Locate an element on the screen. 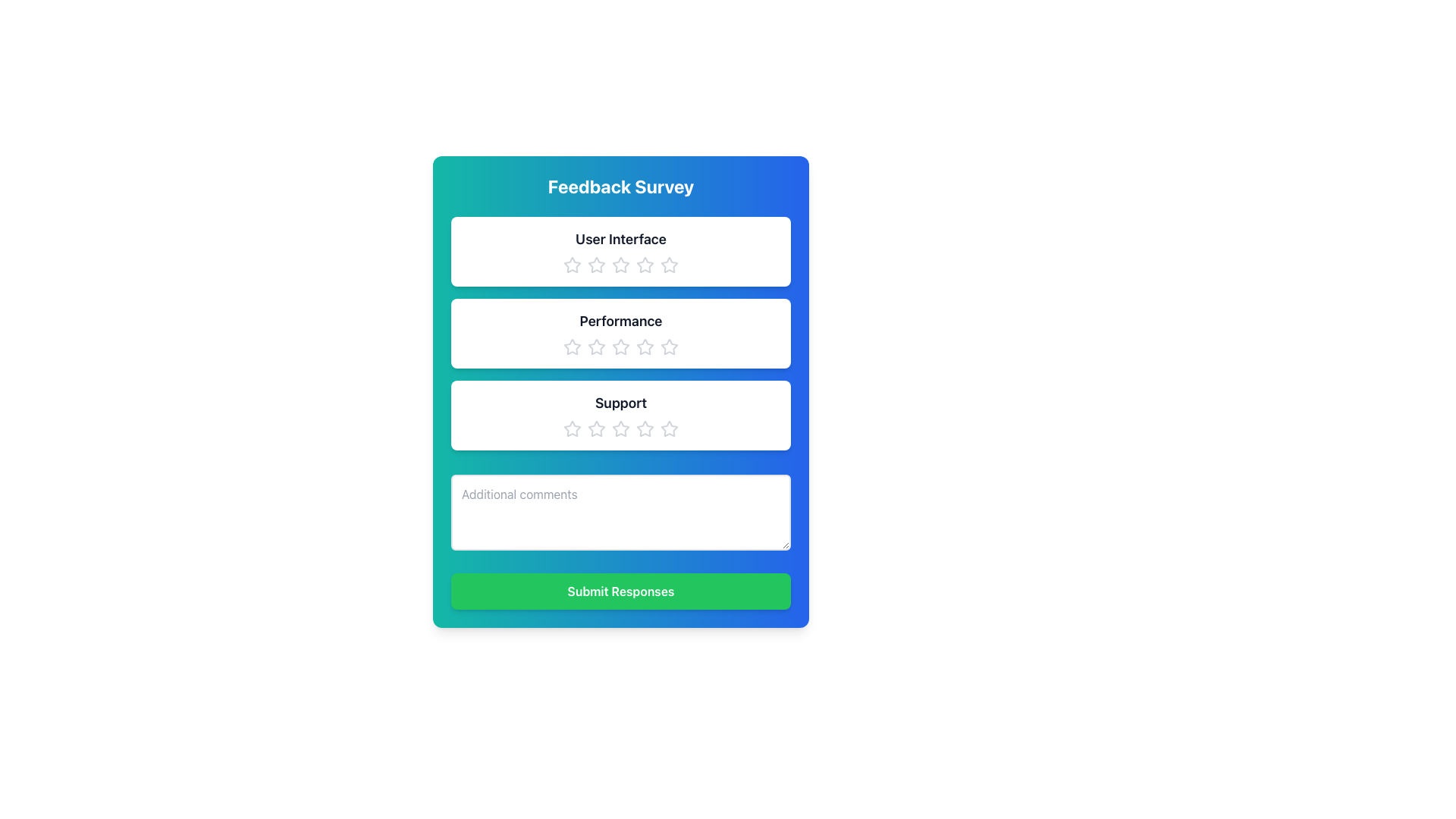 Image resolution: width=1456 pixels, height=819 pixels. the first star in the row under the 'Performance' heading in the feedback survey form to rate it is located at coordinates (571, 347).